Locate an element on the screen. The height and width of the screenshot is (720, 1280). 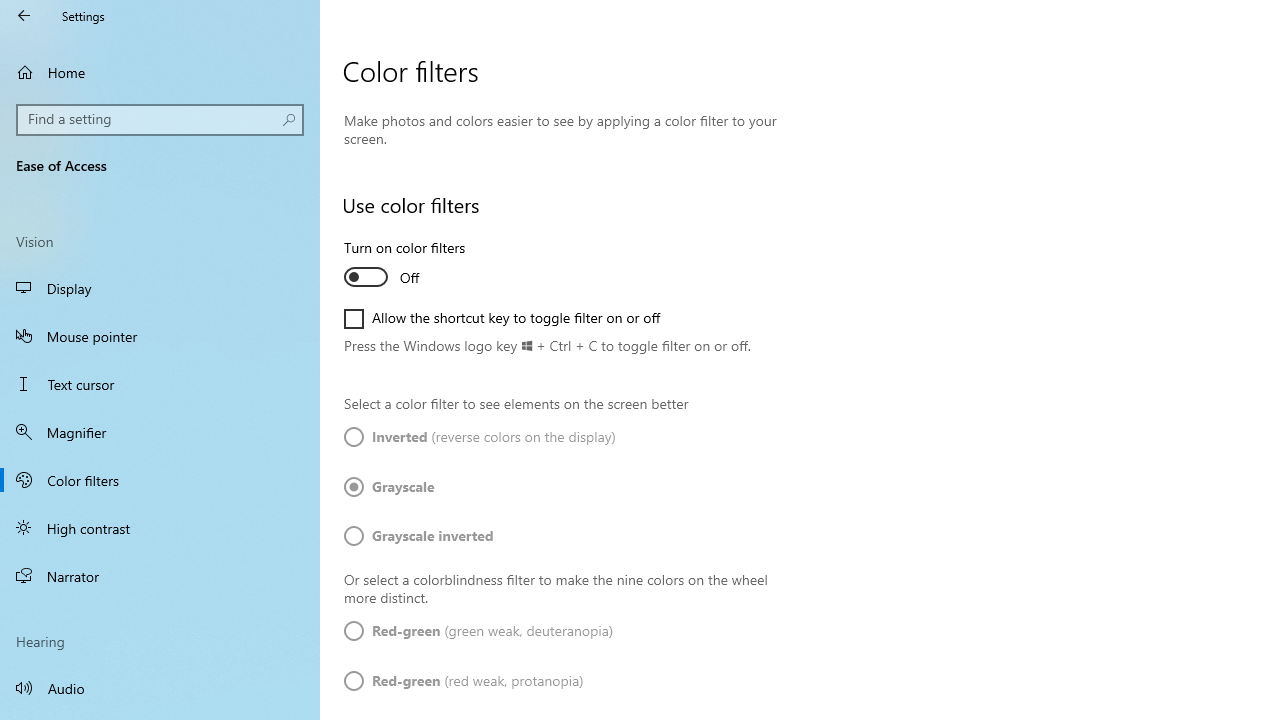
'Allow the shortcut key to toggle filter on or off' is located at coordinates (502, 317).